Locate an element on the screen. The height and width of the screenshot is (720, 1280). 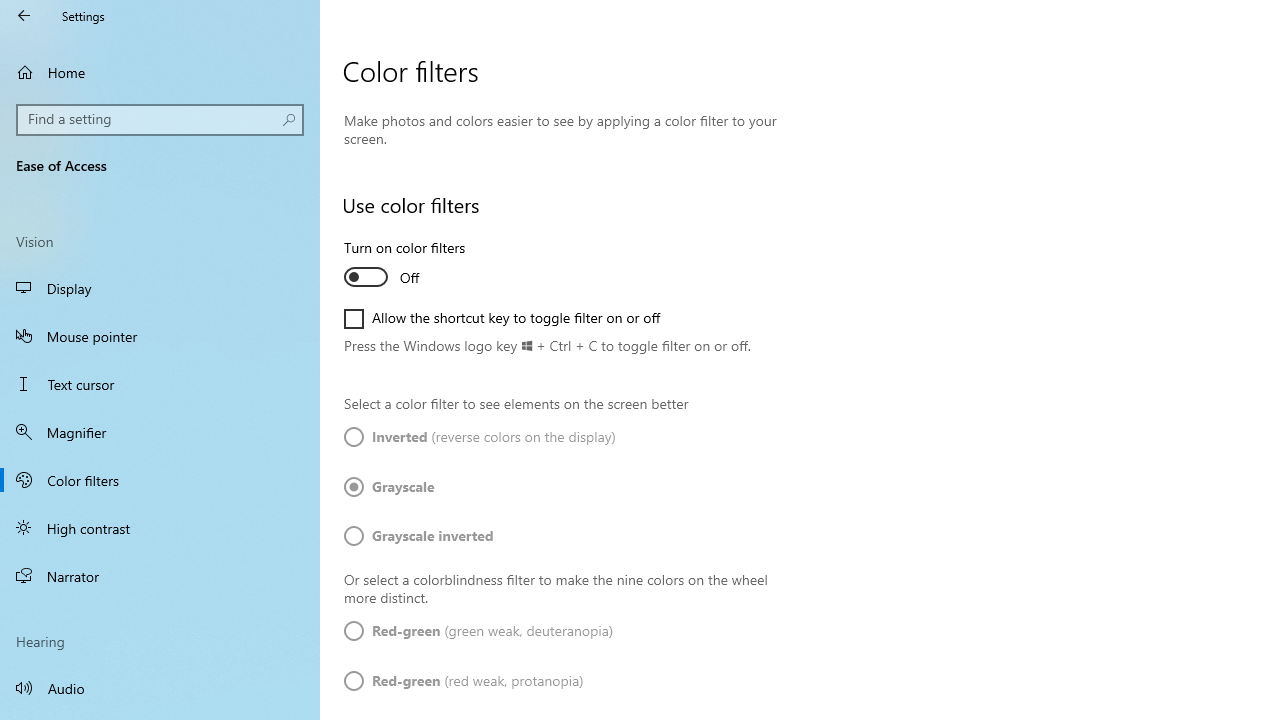
'Allow the shortcut key to toggle filter on or off' is located at coordinates (502, 317).